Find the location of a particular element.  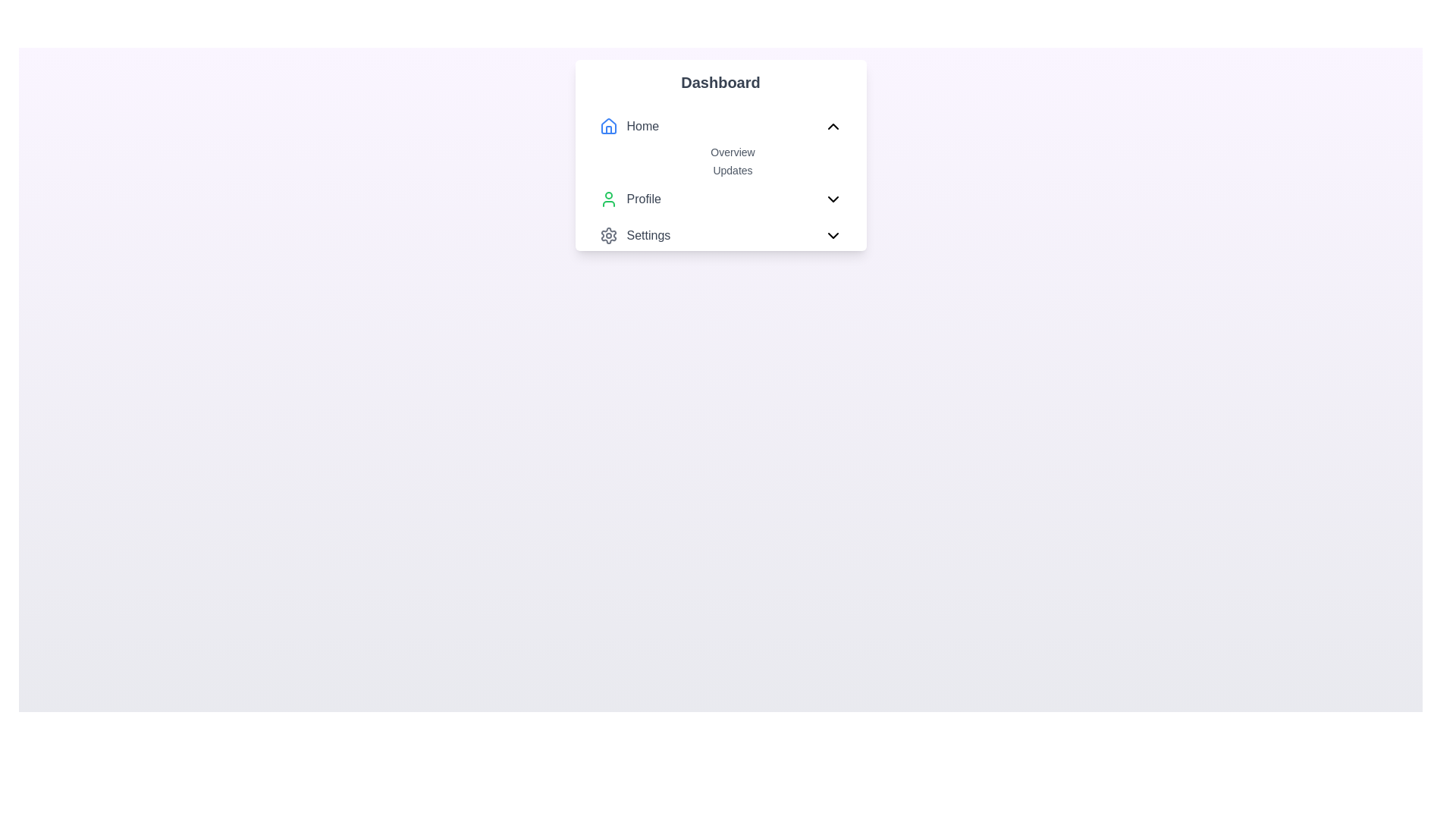

the 'Updates' label, which is styled in gray color and underlined on hover, located under the 'Dashboard' panel as the second item in the vertical list following 'Overview' is located at coordinates (733, 170).